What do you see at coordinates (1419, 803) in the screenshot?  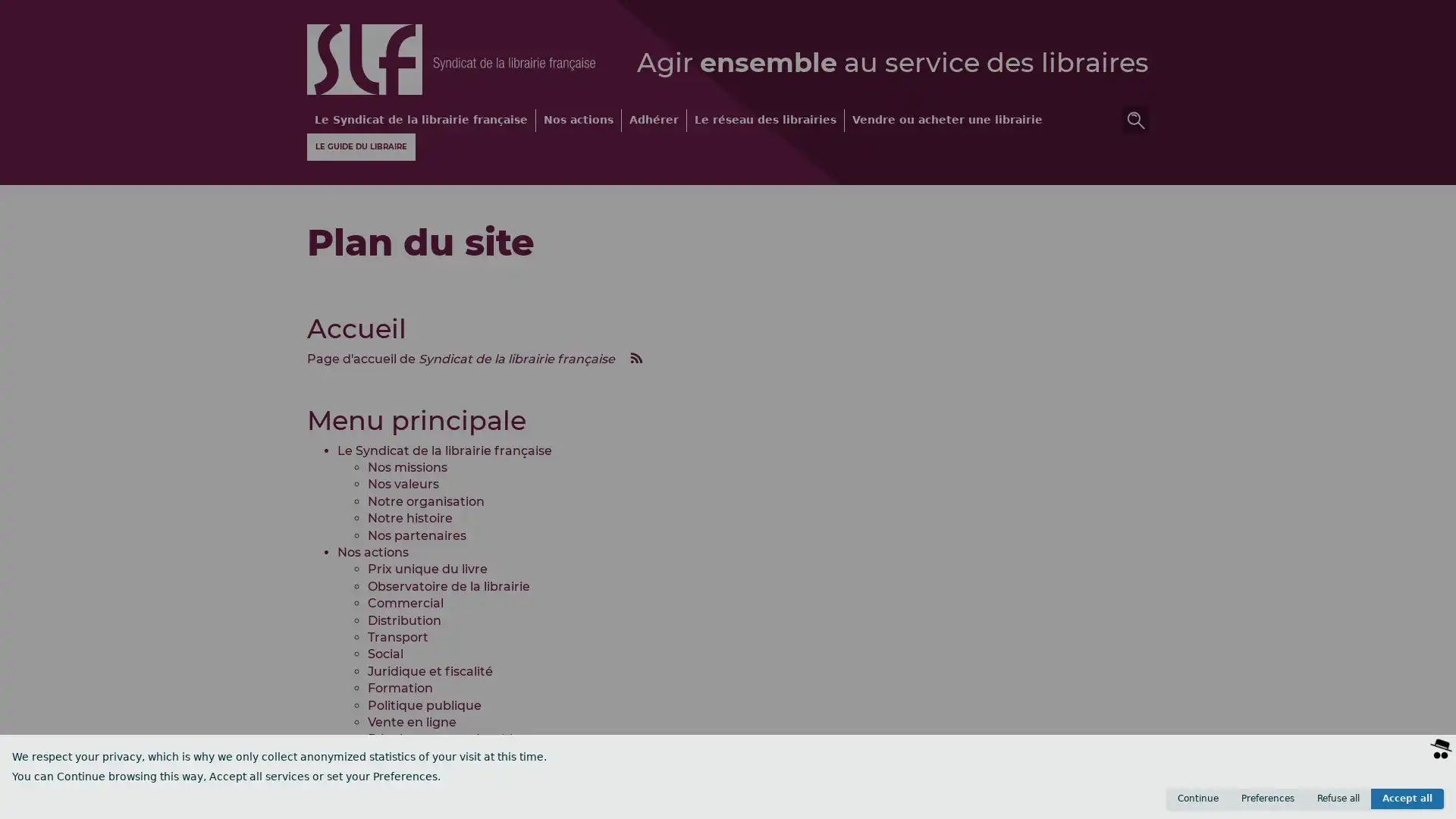 I see `Save` at bounding box center [1419, 803].